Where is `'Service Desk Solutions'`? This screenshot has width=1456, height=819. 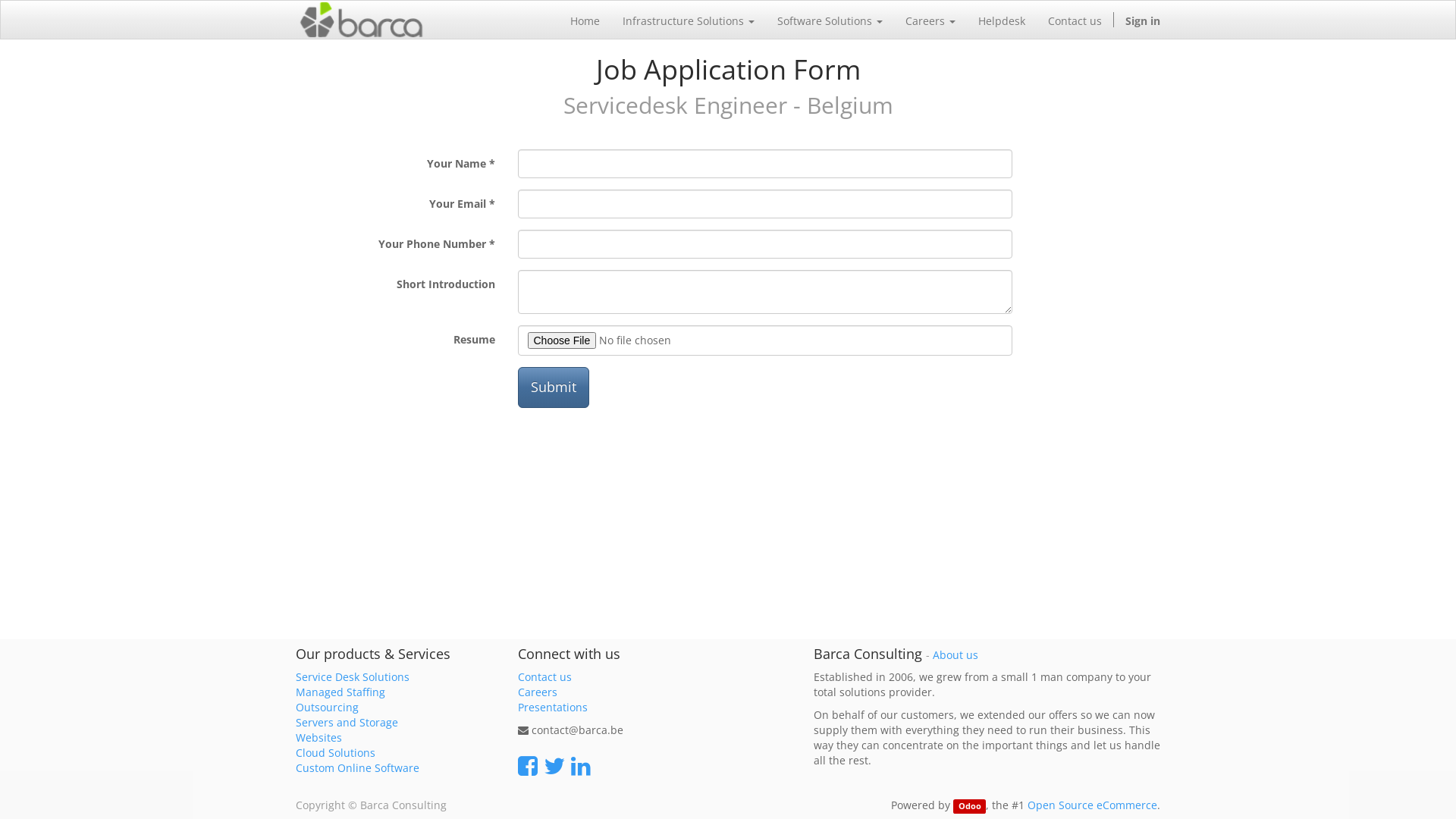 'Service Desk Solutions' is located at coordinates (352, 676).